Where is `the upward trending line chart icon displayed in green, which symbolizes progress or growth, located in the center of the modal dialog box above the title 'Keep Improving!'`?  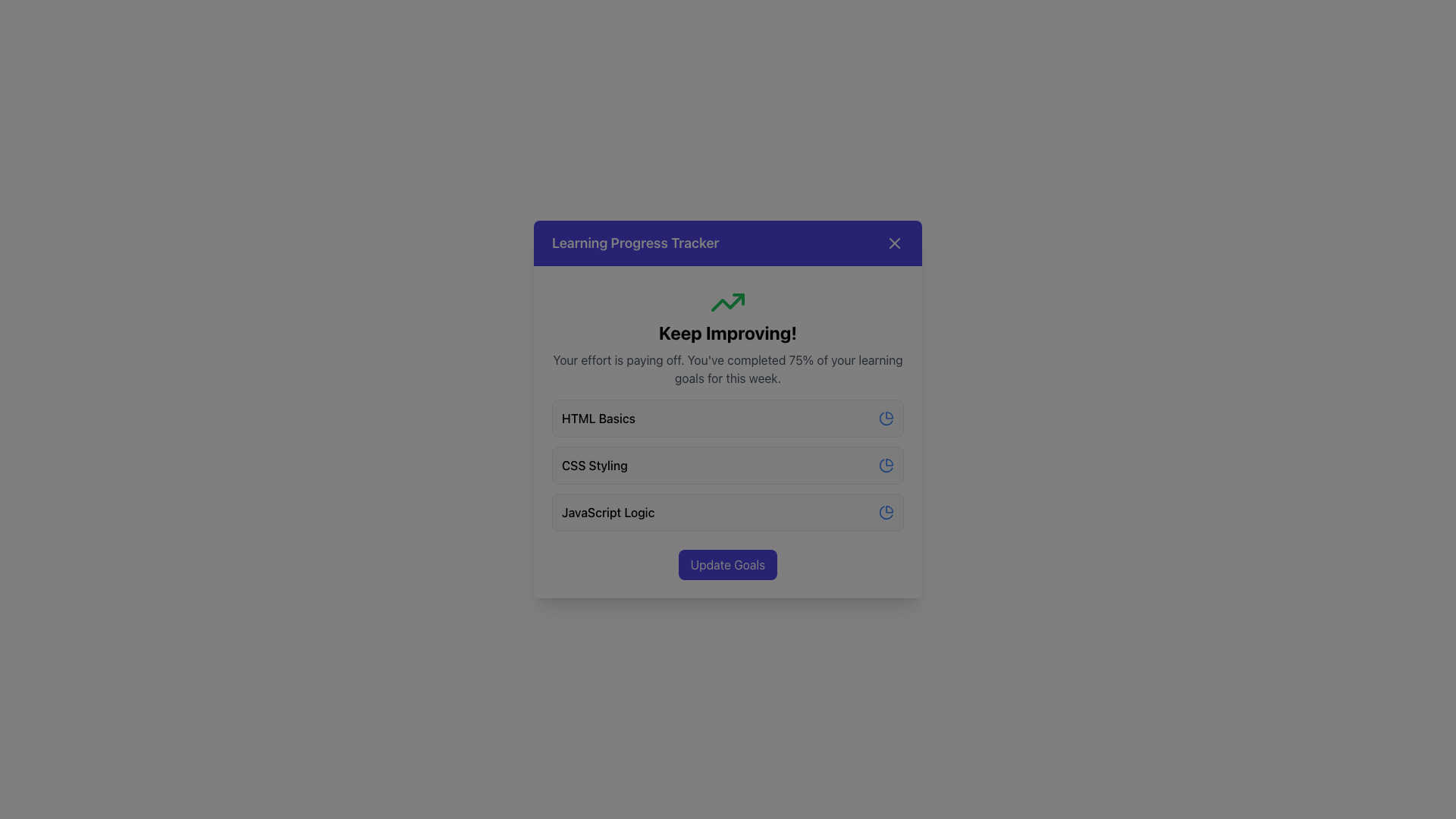
the upward trending line chart icon displayed in green, which symbolizes progress or growth, located in the center of the modal dialog box above the title 'Keep Improving!' is located at coordinates (728, 302).